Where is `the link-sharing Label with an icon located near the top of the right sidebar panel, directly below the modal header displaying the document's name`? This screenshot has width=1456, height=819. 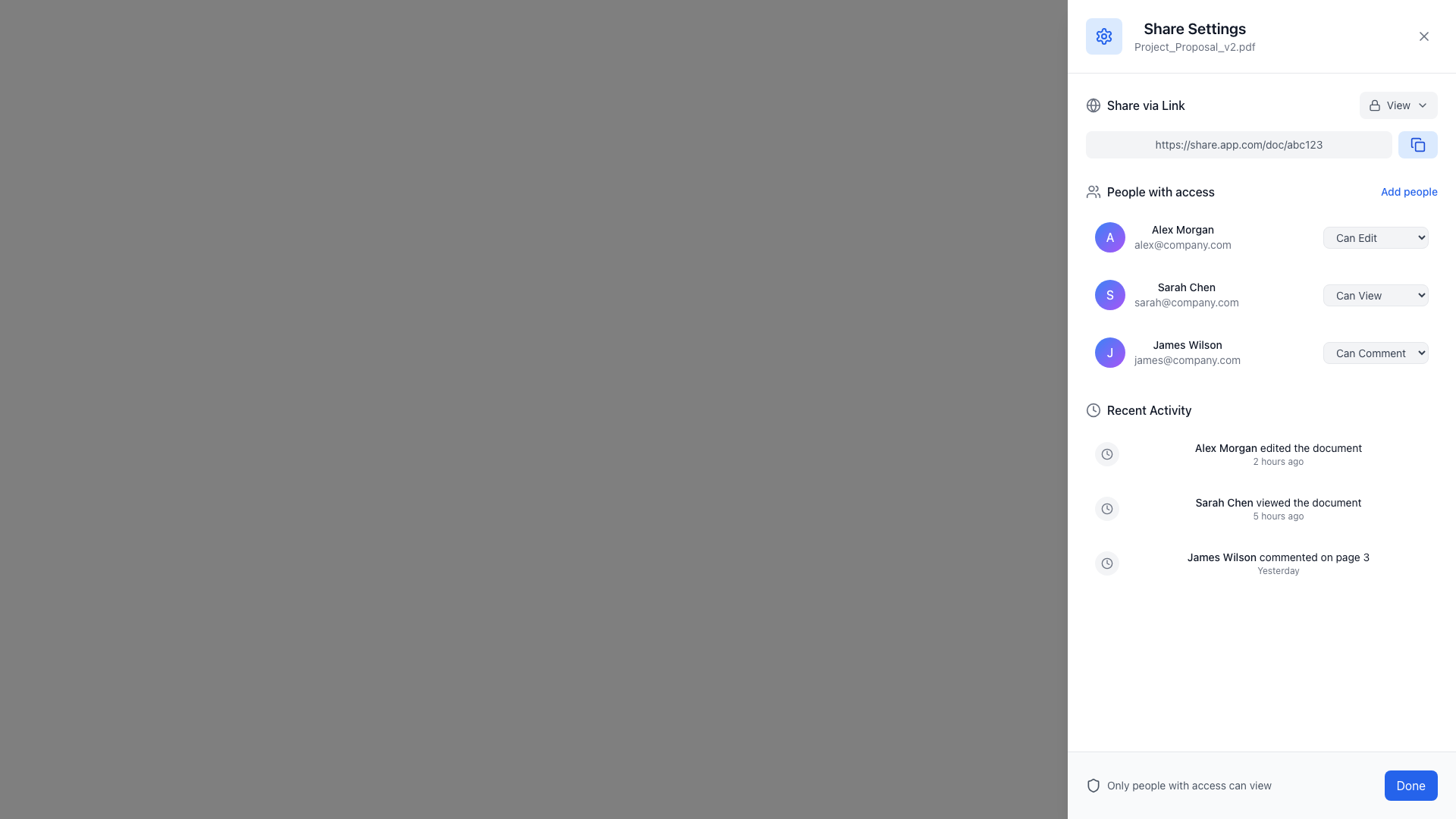
the link-sharing Label with an icon located near the top of the right sidebar panel, directly below the modal header displaying the document's name is located at coordinates (1135, 104).